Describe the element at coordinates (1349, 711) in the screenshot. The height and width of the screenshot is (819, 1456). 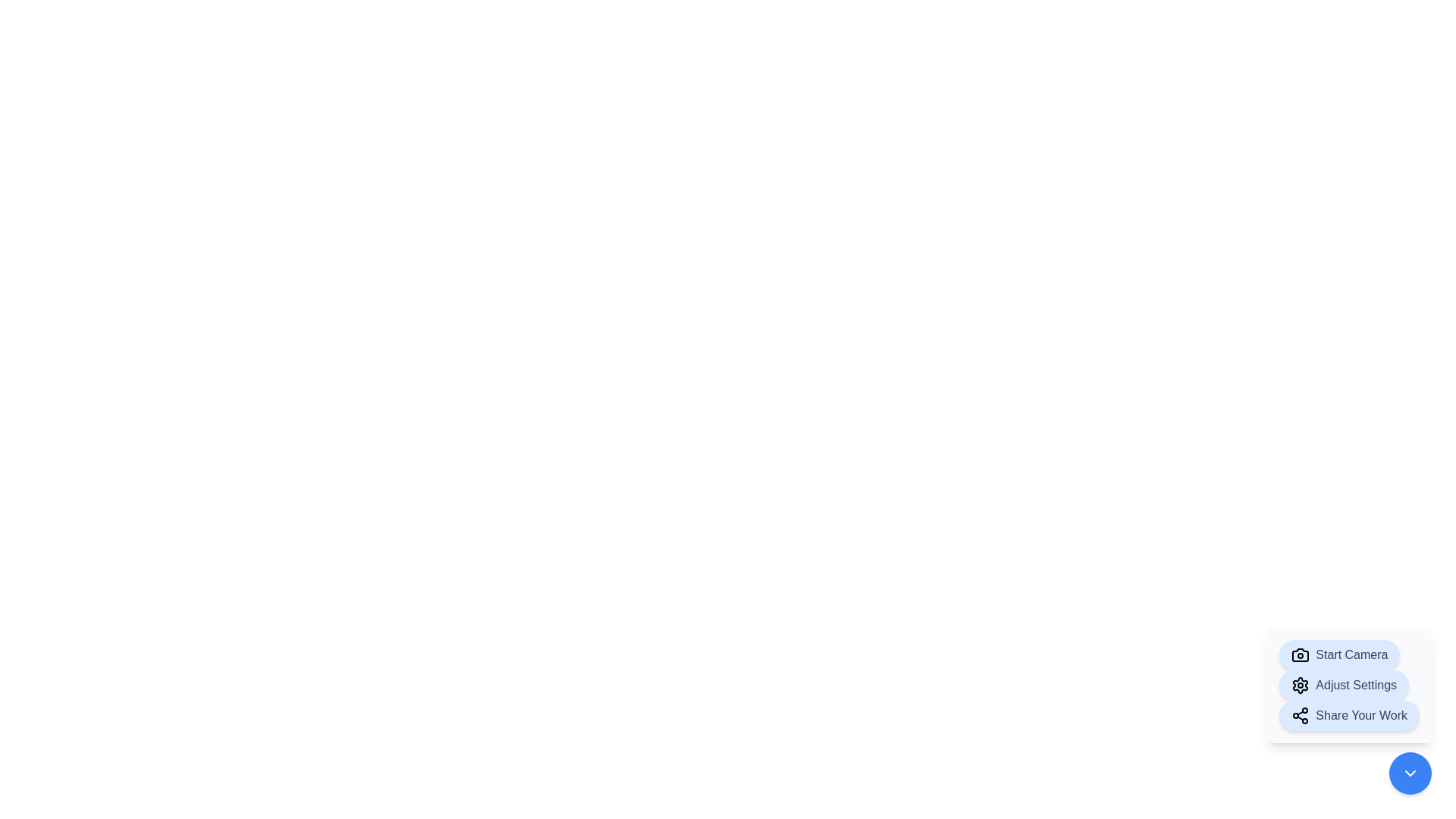
I see `the light blue rounded button labeled 'Share Your Work' for customization, which is located at the bottom right section of the interface, below the 'Adjust Settings' button` at that location.